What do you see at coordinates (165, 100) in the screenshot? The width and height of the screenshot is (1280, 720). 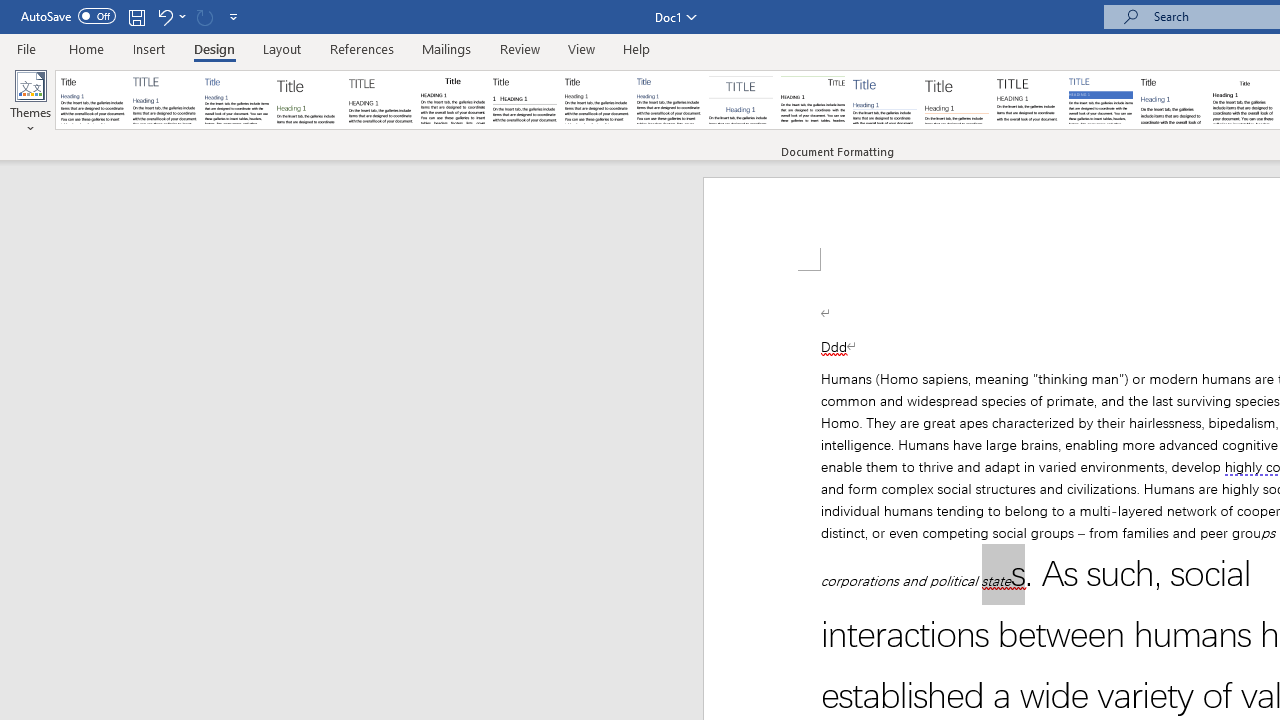 I see `'Basic (Elegant)'` at bounding box center [165, 100].